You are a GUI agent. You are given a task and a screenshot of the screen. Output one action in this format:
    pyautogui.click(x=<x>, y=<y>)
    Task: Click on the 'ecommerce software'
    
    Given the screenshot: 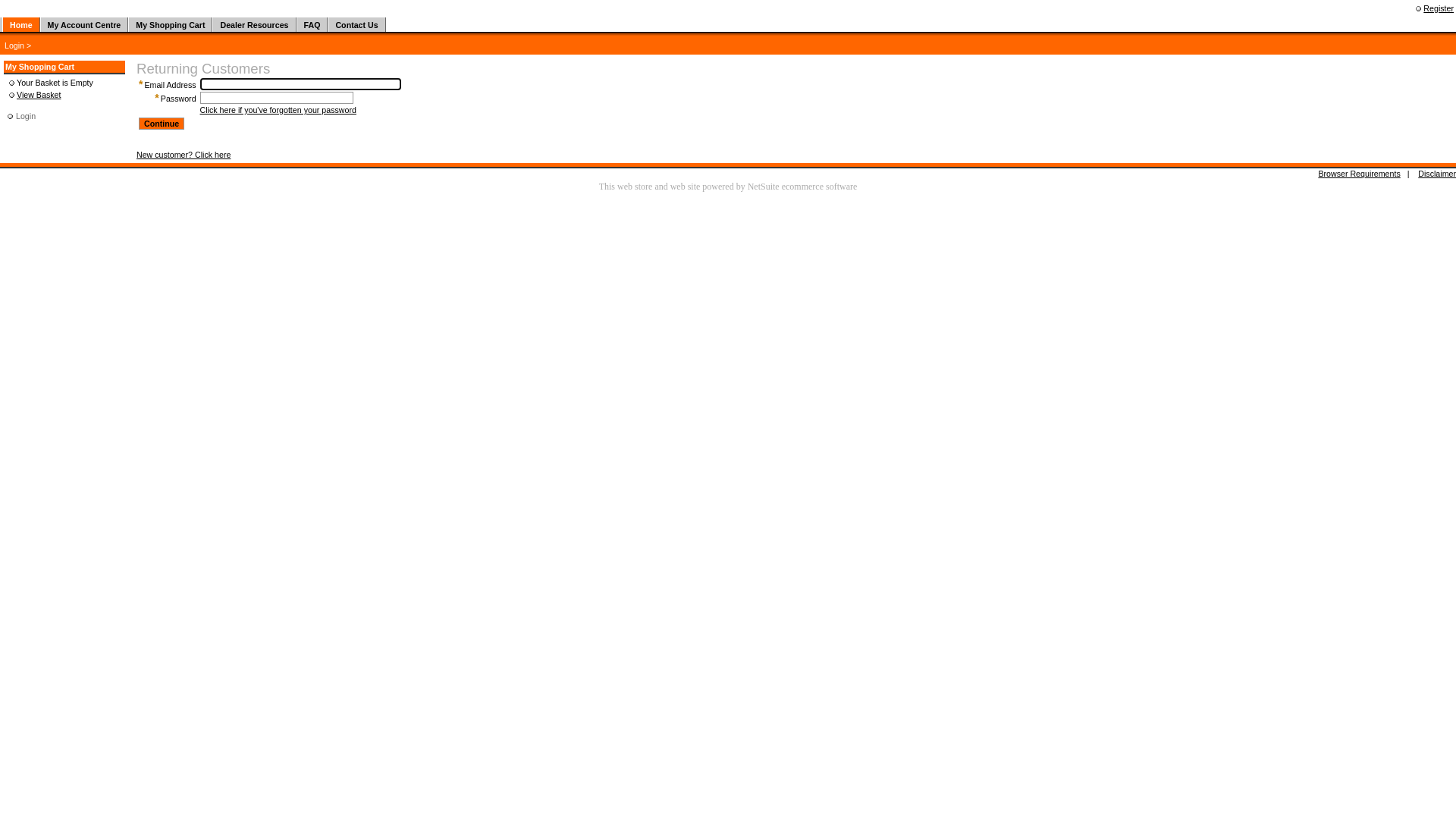 What is the action you would take?
    pyautogui.click(x=818, y=186)
    